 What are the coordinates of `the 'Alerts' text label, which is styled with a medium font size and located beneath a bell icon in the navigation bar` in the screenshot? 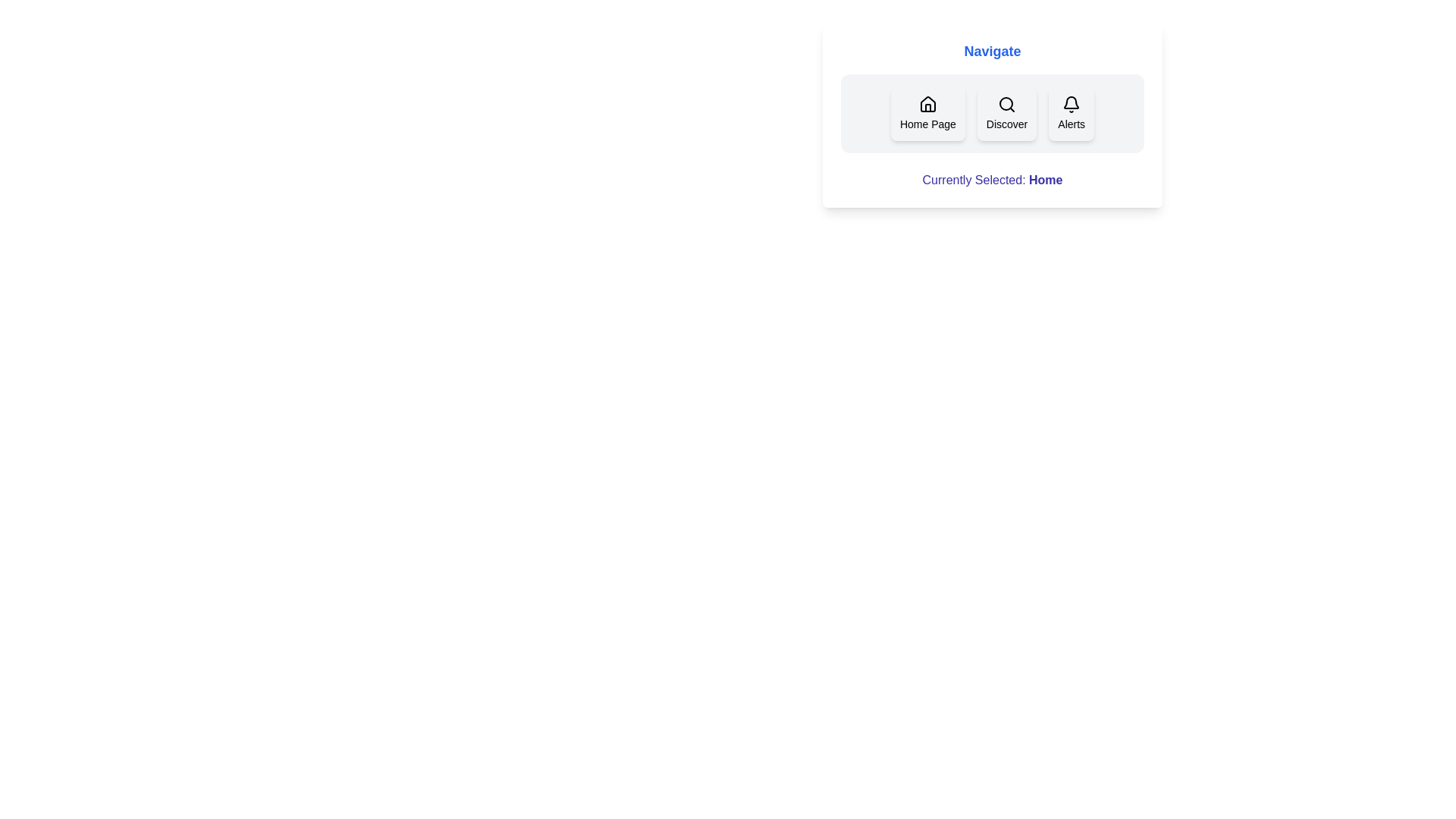 It's located at (1071, 124).